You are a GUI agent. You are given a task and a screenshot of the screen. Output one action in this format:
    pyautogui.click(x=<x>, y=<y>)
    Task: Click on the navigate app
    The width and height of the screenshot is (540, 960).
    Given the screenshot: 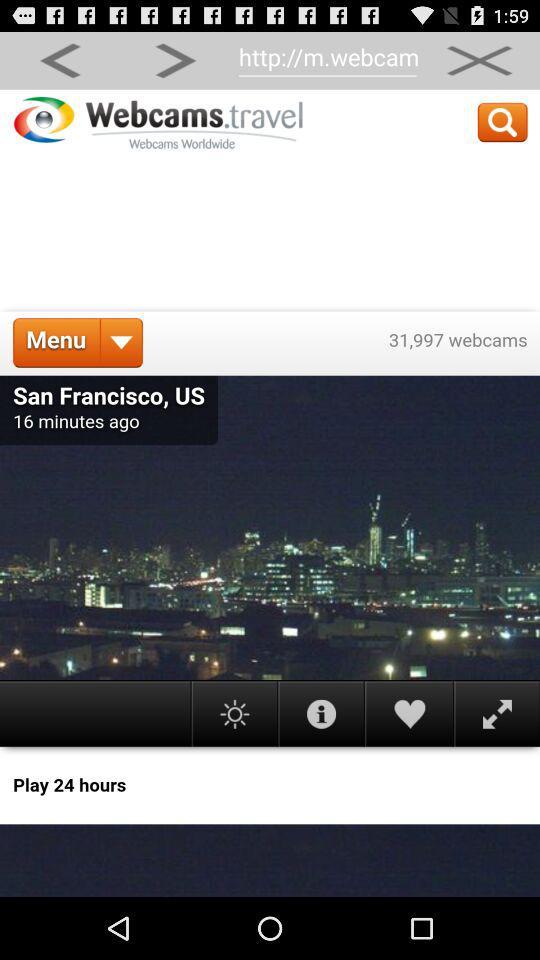 What is the action you would take?
    pyautogui.click(x=270, y=492)
    